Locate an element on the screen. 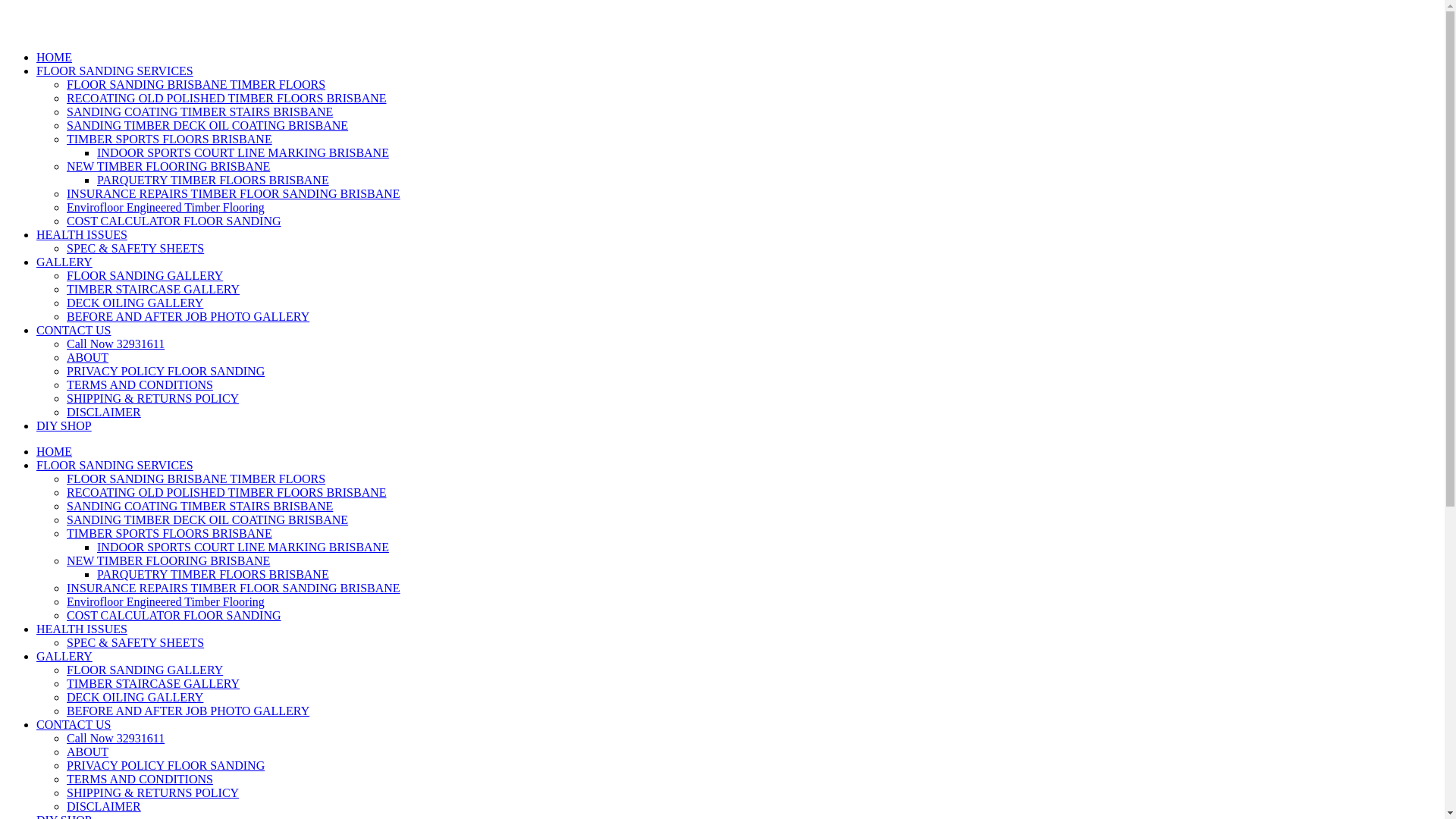 The image size is (1456, 819). 'DISCLAIMER' is located at coordinates (103, 805).